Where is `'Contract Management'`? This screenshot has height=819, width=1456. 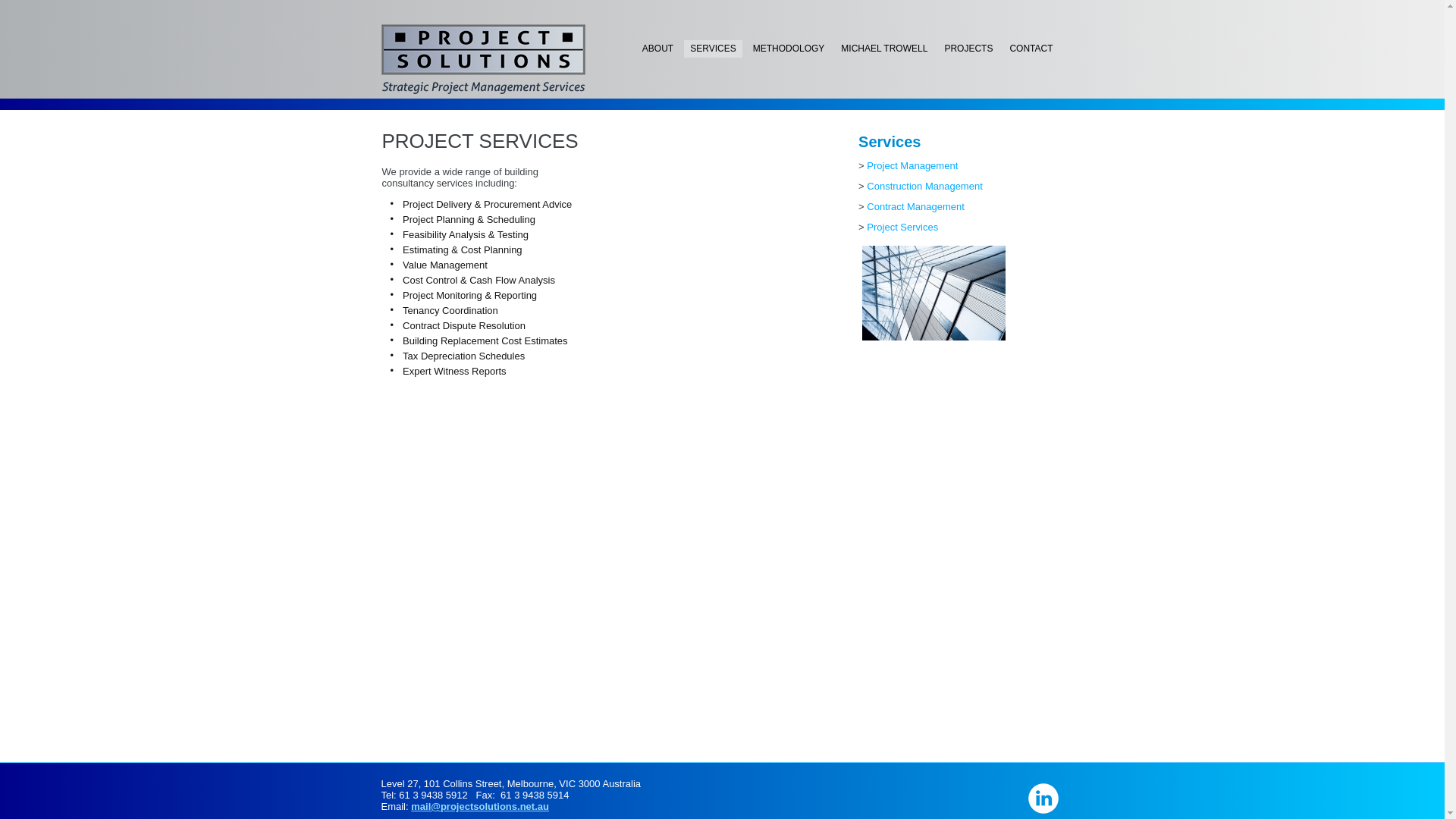 'Contract Management' is located at coordinates (866, 206).